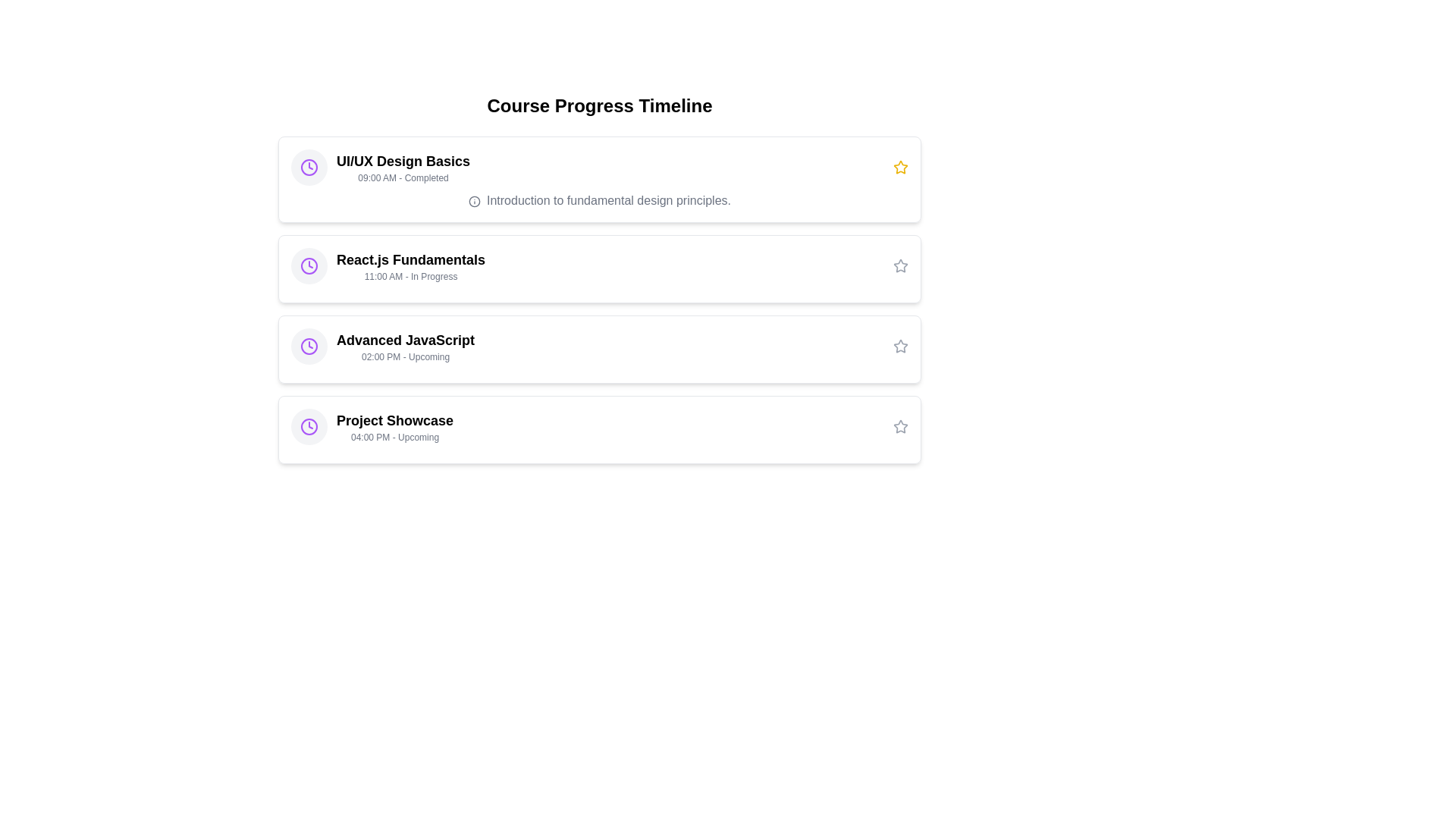 Image resolution: width=1456 pixels, height=819 pixels. I want to click on the Text Label indicating the upcoming event titled 'Project Showcase' scheduled for 04:00 PM, located in the bottom-most row of the Course Progress Timeline, so click(395, 427).